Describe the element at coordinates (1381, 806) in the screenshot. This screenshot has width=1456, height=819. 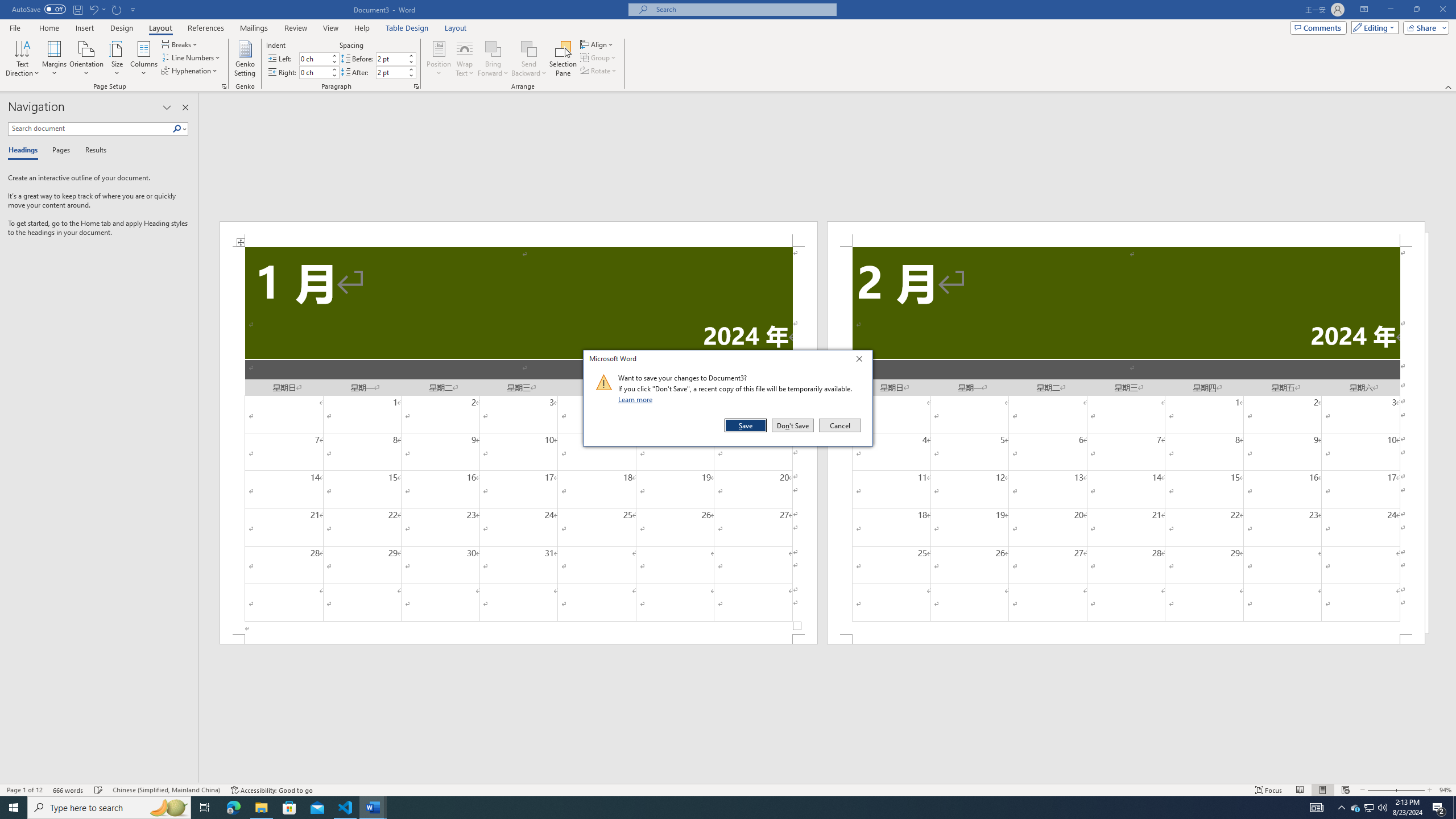
I see `'Q2790: 100%'` at that location.